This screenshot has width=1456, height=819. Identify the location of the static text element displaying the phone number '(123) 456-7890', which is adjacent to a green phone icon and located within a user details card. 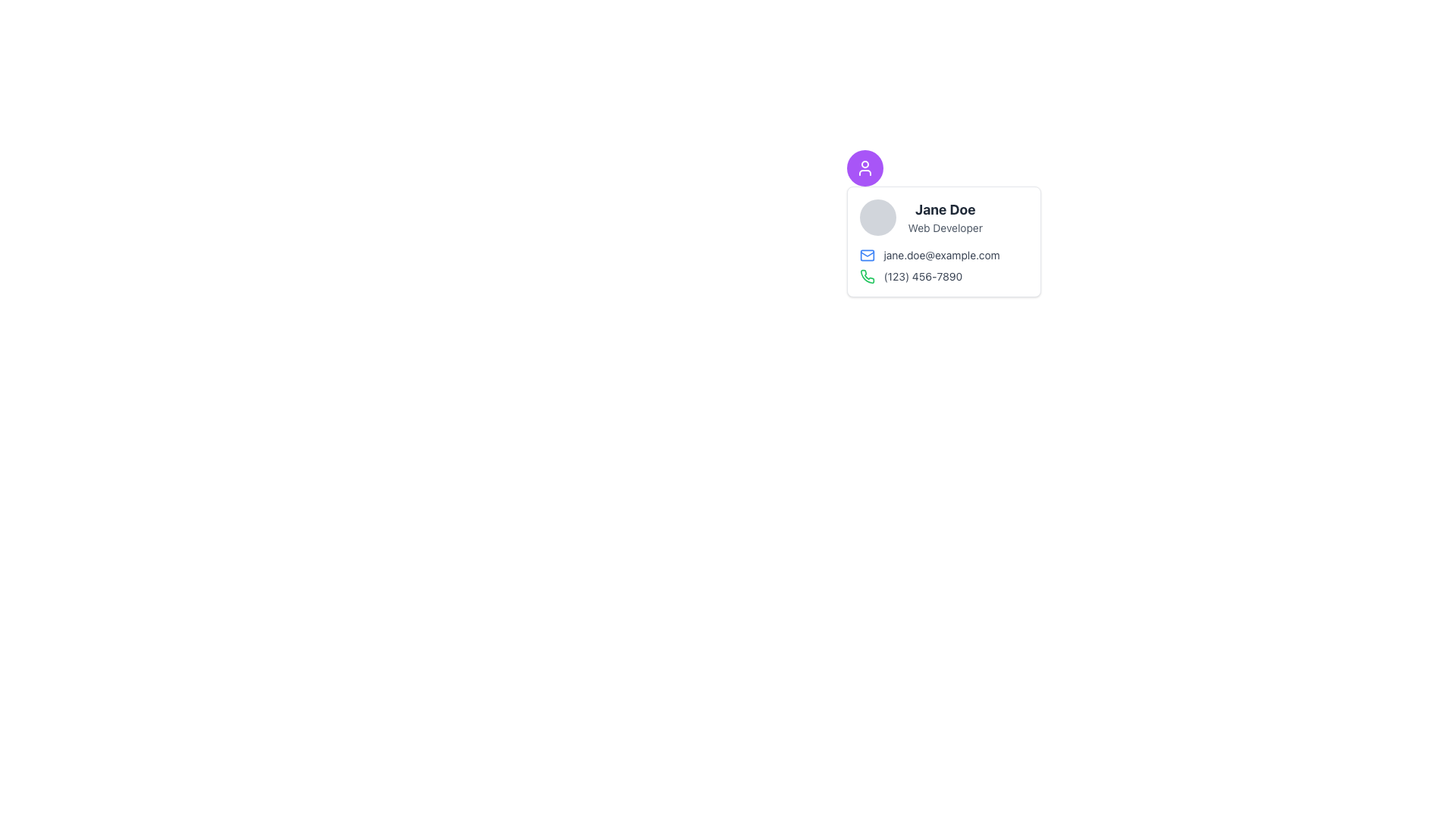
(922, 277).